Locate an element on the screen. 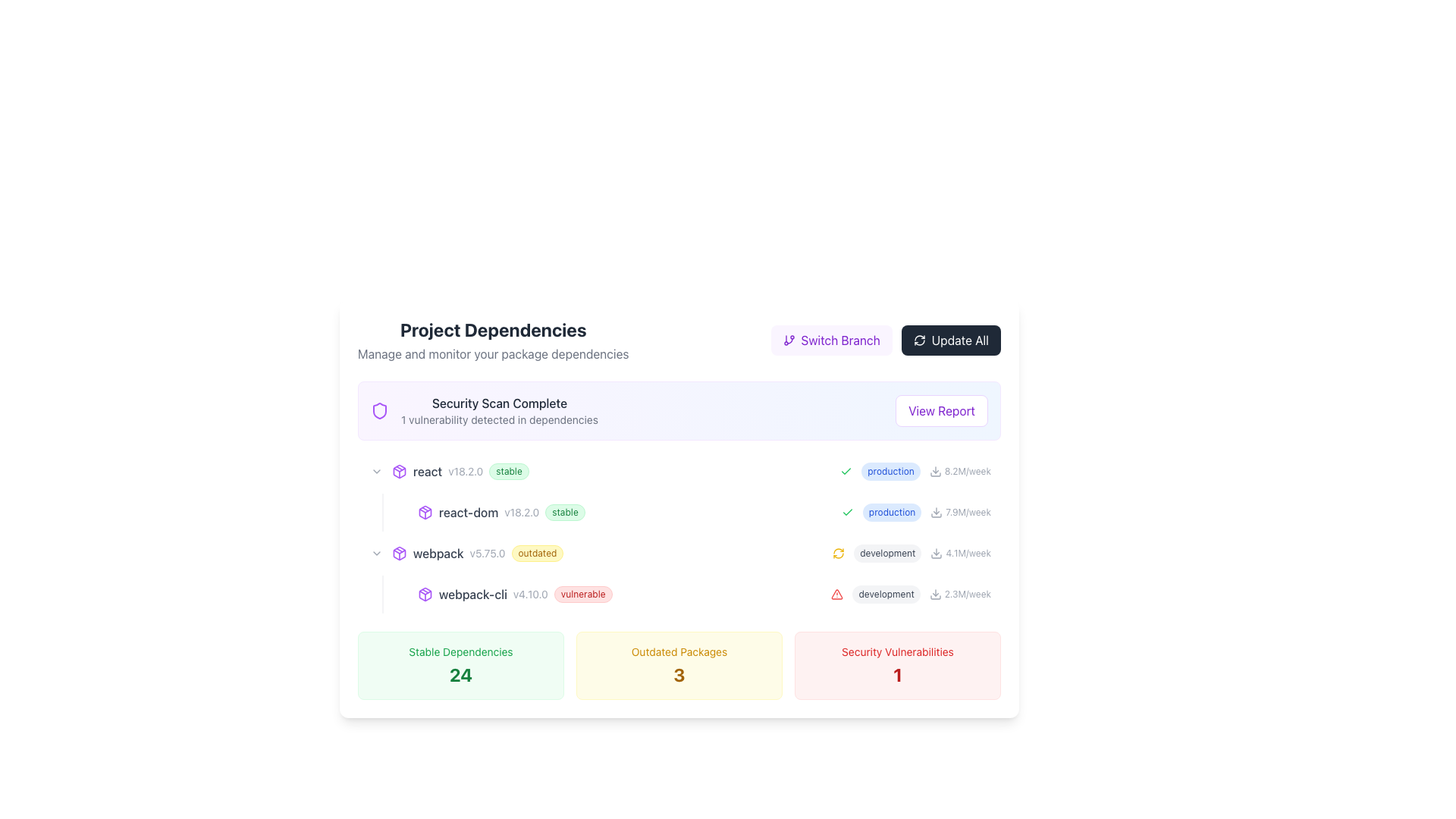  the Expandable section toggle icon is located at coordinates (377, 470).